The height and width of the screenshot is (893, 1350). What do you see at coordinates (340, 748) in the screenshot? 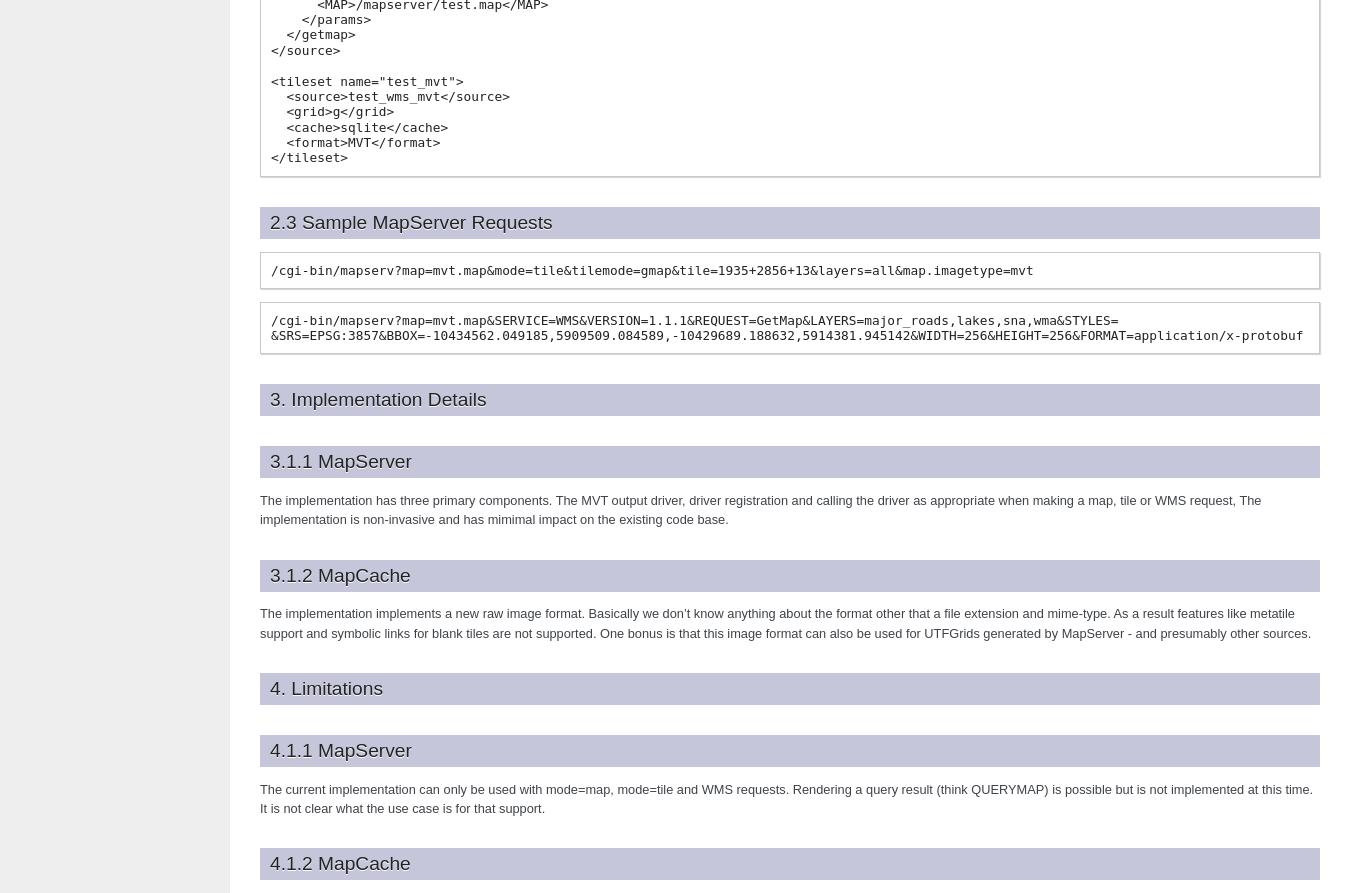
I see `'4.1.1 MapServer'` at bounding box center [340, 748].